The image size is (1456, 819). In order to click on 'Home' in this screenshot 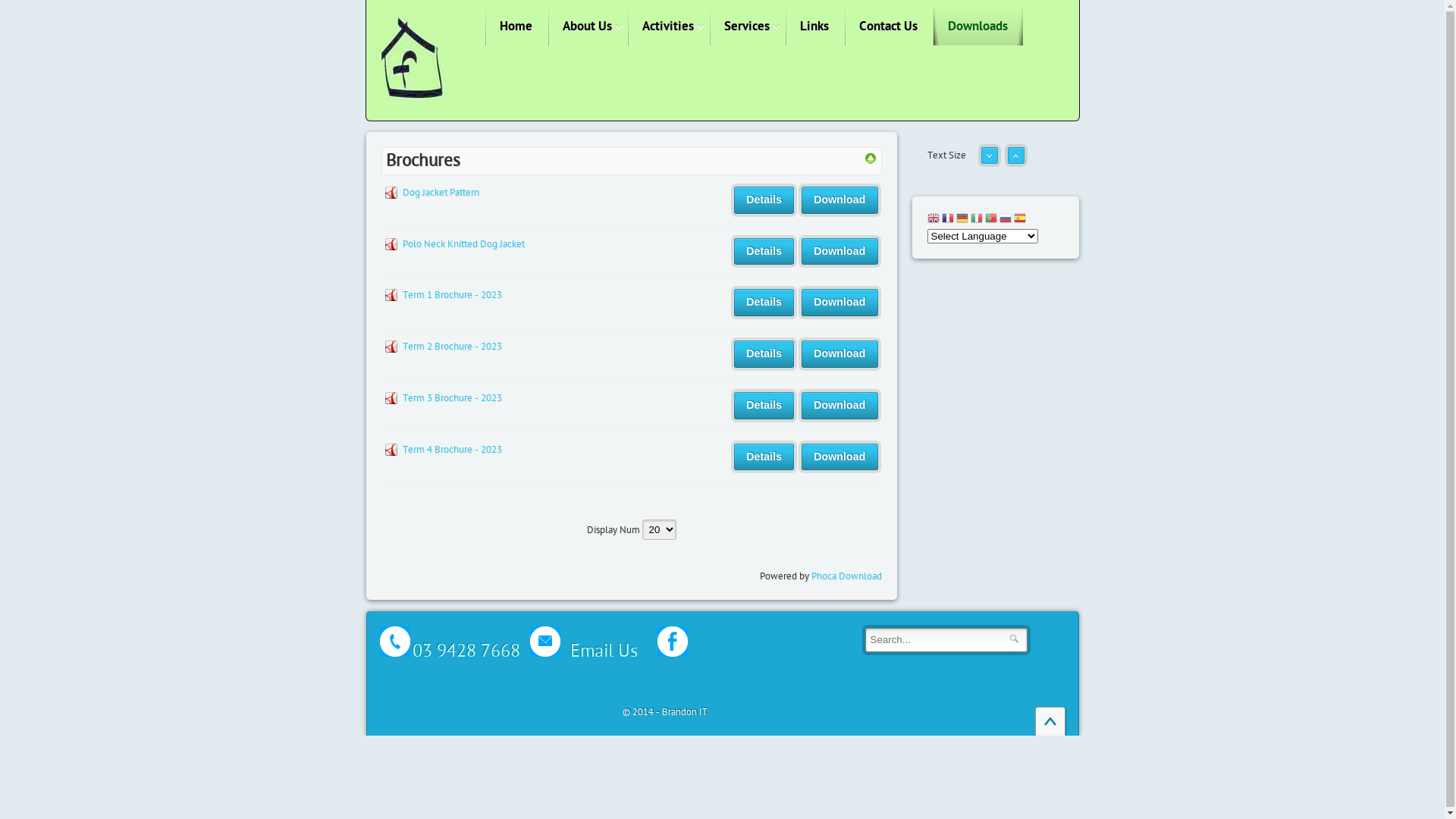, I will do `click(483, 26)`.